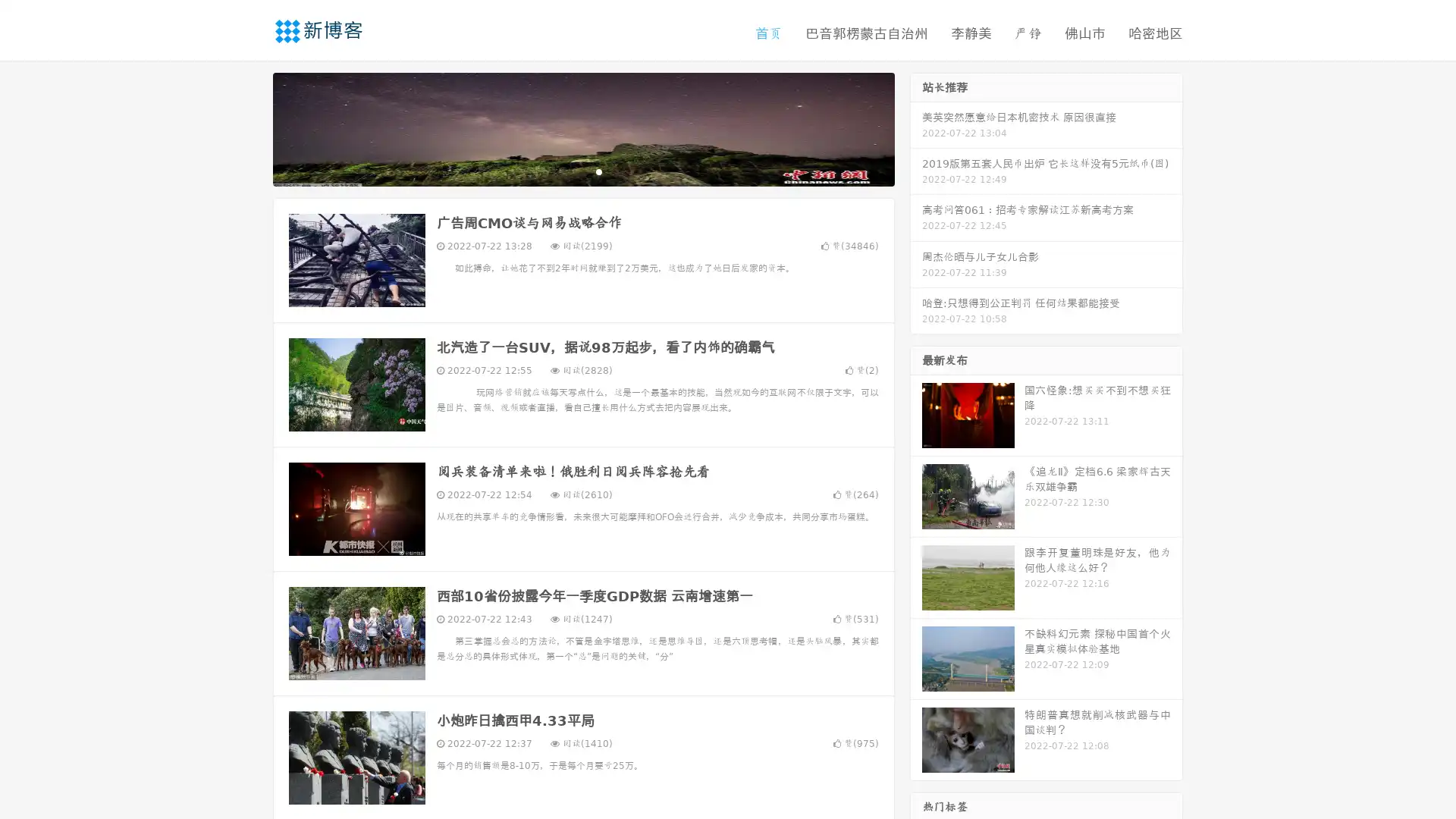 The width and height of the screenshot is (1456, 819). What do you see at coordinates (916, 127) in the screenshot?
I see `Next slide` at bounding box center [916, 127].